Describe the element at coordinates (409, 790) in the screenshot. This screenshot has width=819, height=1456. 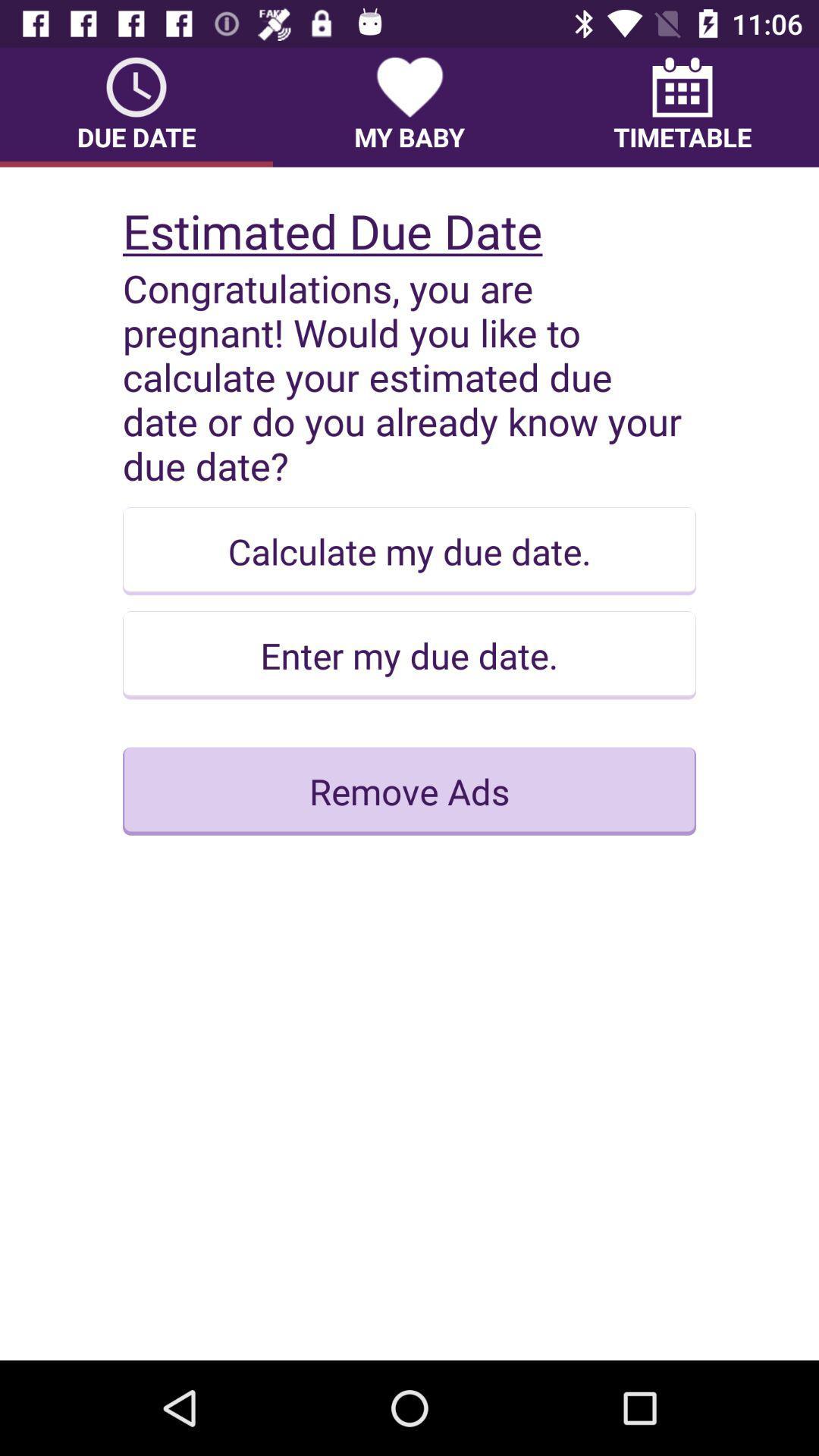
I see `remove ads` at that location.